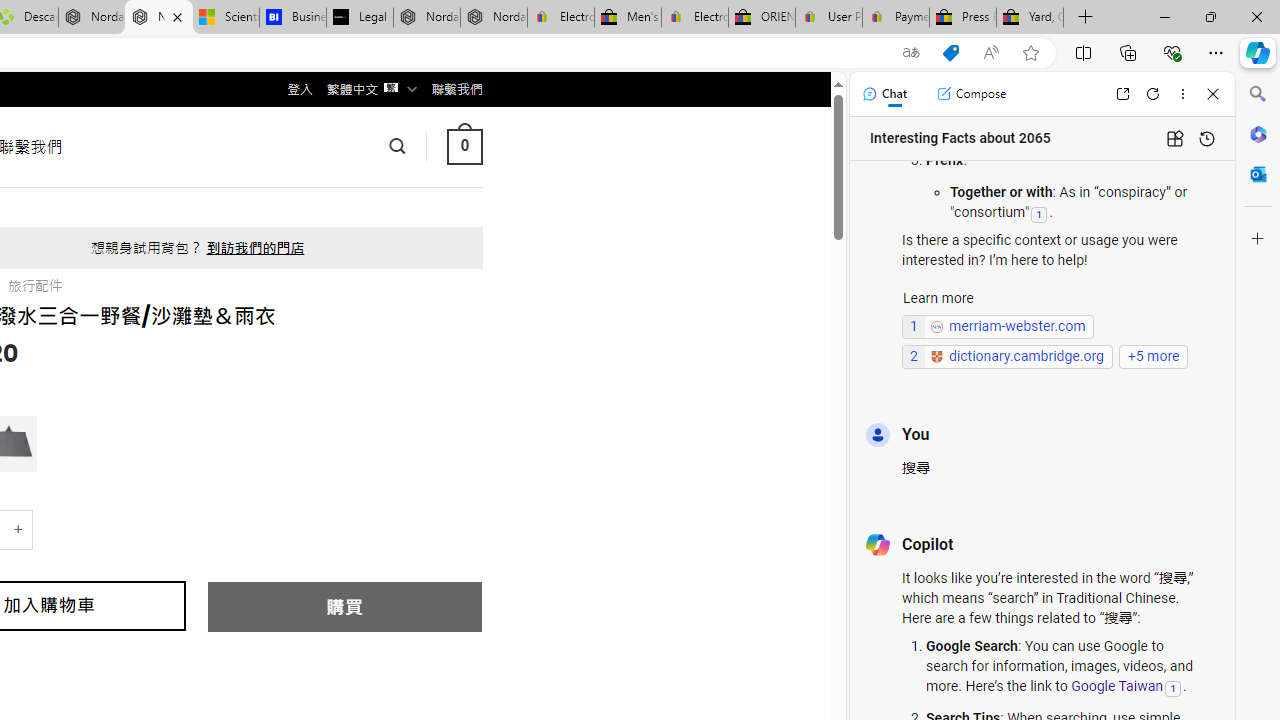 The height and width of the screenshot is (720, 1280). Describe the element at coordinates (1257, 94) in the screenshot. I see `'Minimize Search pane'` at that location.